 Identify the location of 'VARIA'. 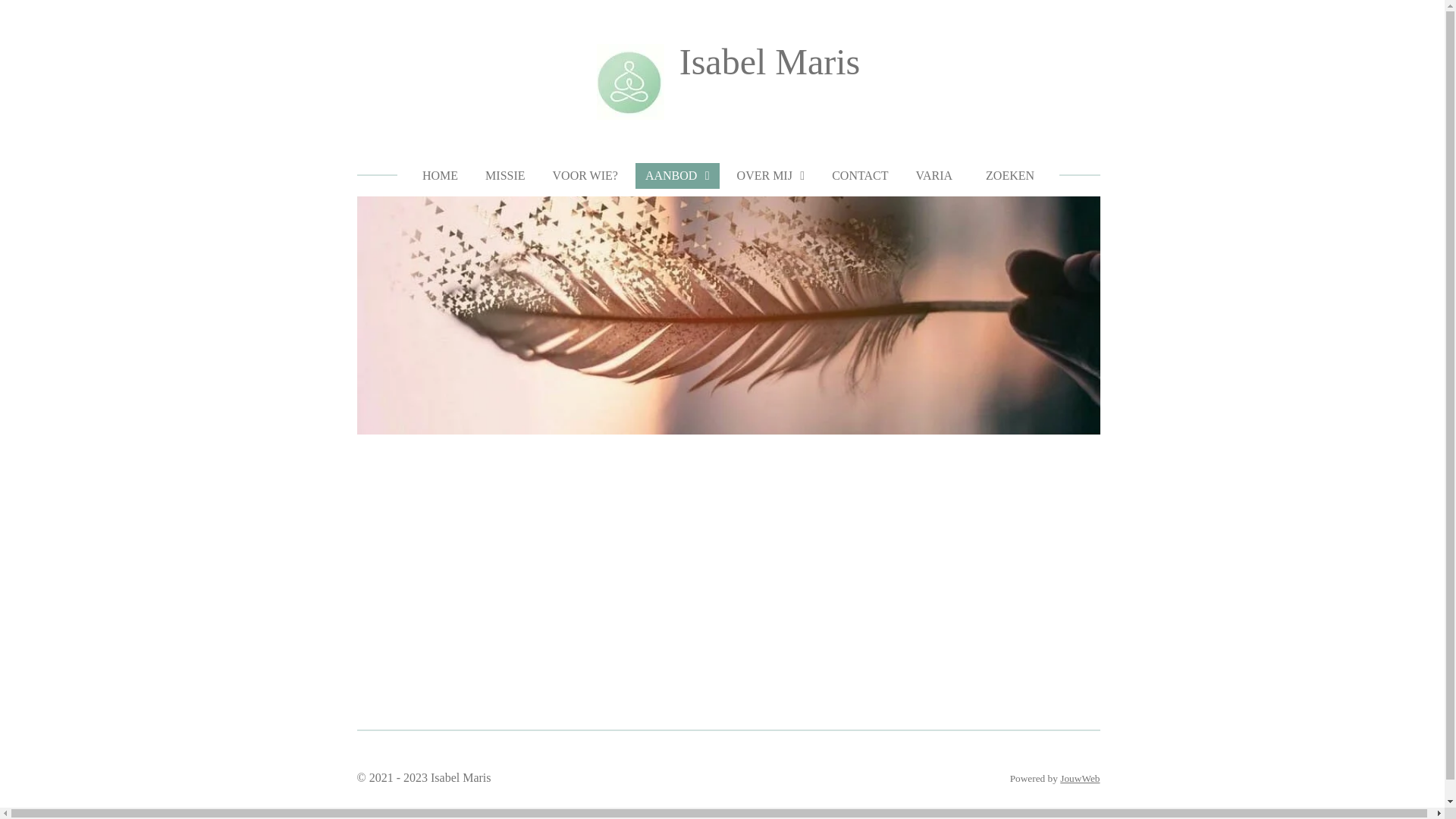
(905, 174).